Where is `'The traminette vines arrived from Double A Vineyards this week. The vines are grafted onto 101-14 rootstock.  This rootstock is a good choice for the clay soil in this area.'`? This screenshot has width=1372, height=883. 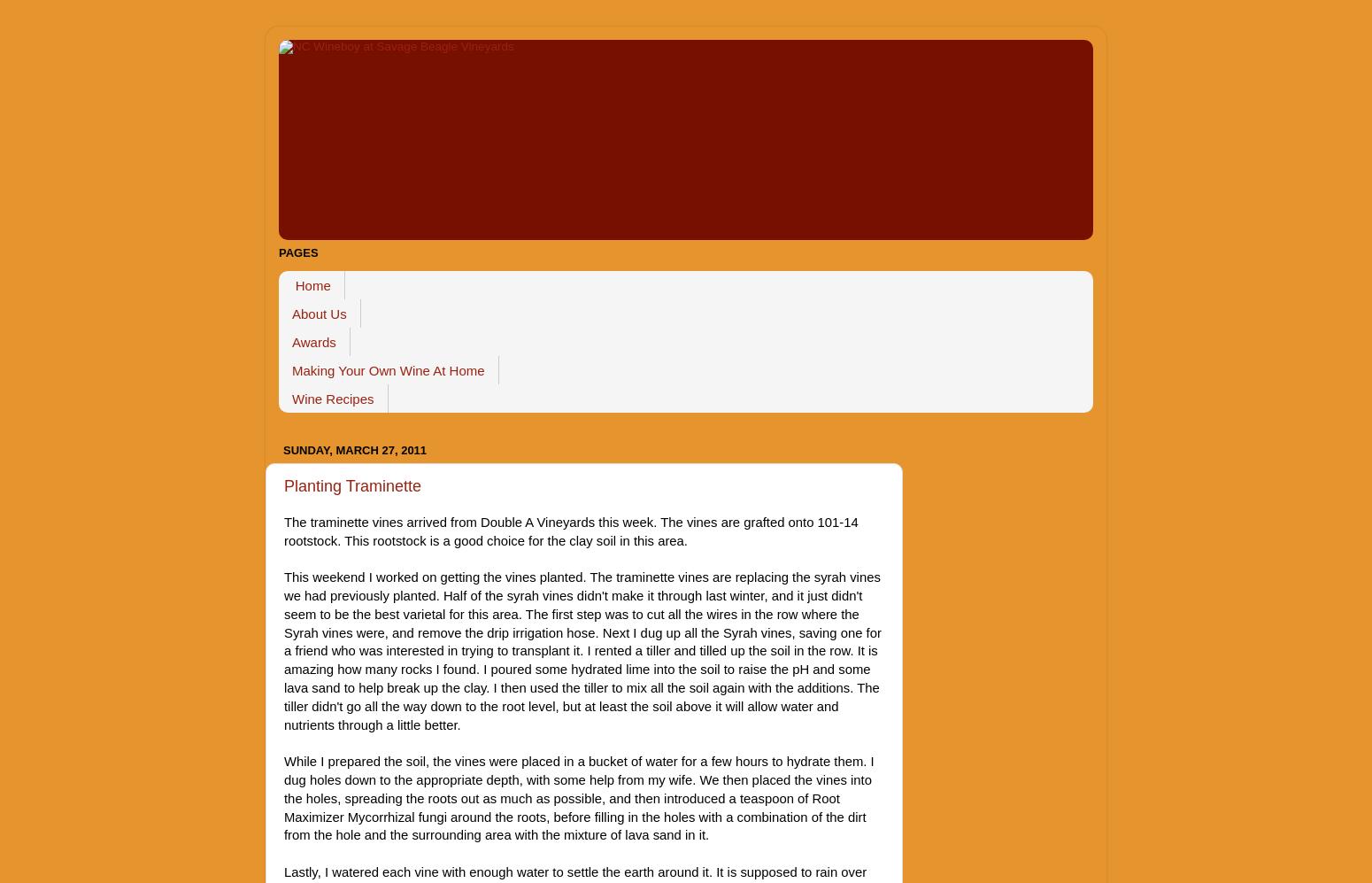 'The traminette vines arrived from Double A Vineyards this week. The vines are grafted onto 101-14 rootstock.  This rootstock is a good choice for the clay soil in this area.' is located at coordinates (569, 530).